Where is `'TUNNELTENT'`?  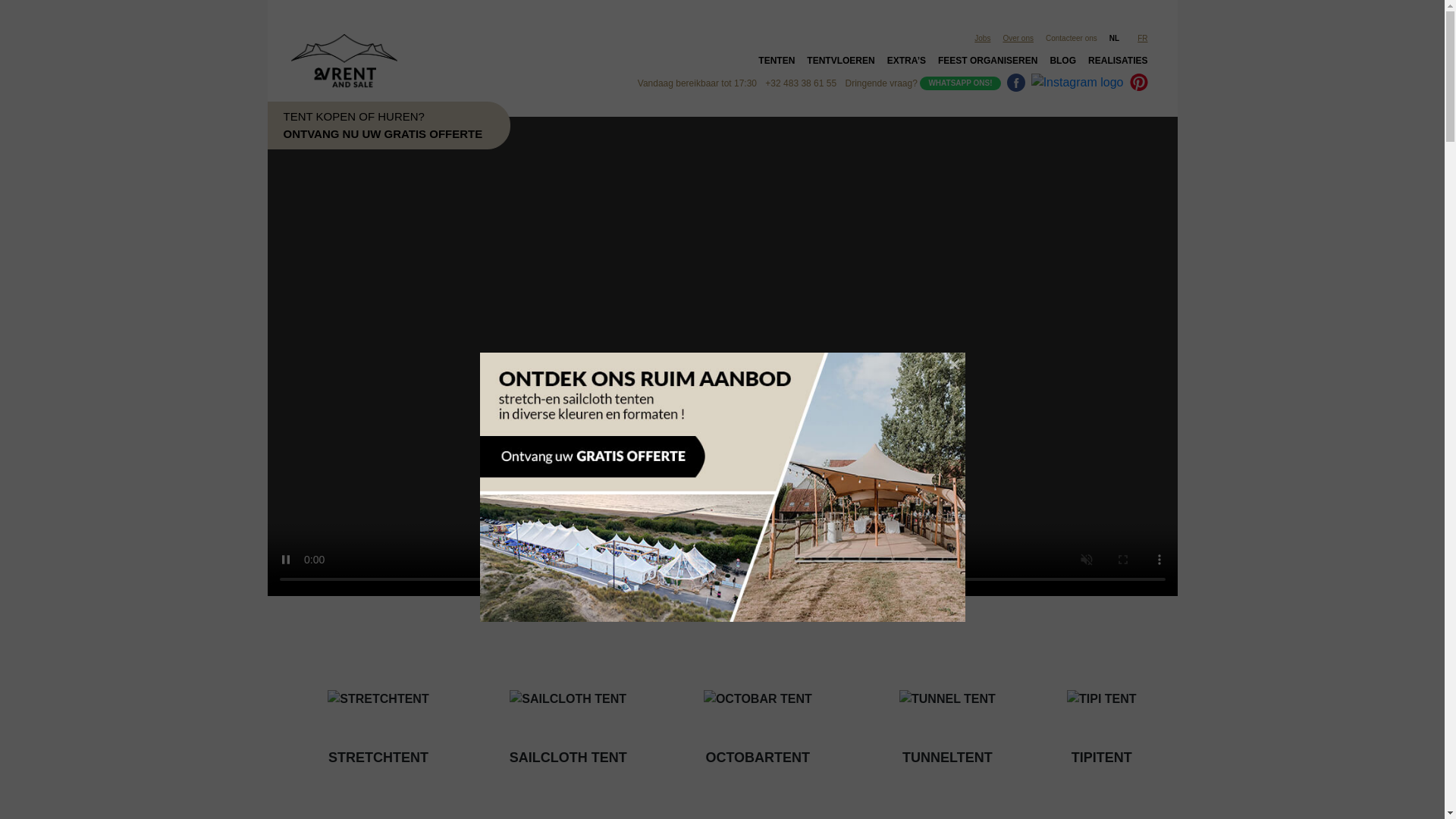
'TUNNELTENT' is located at coordinates (946, 712).